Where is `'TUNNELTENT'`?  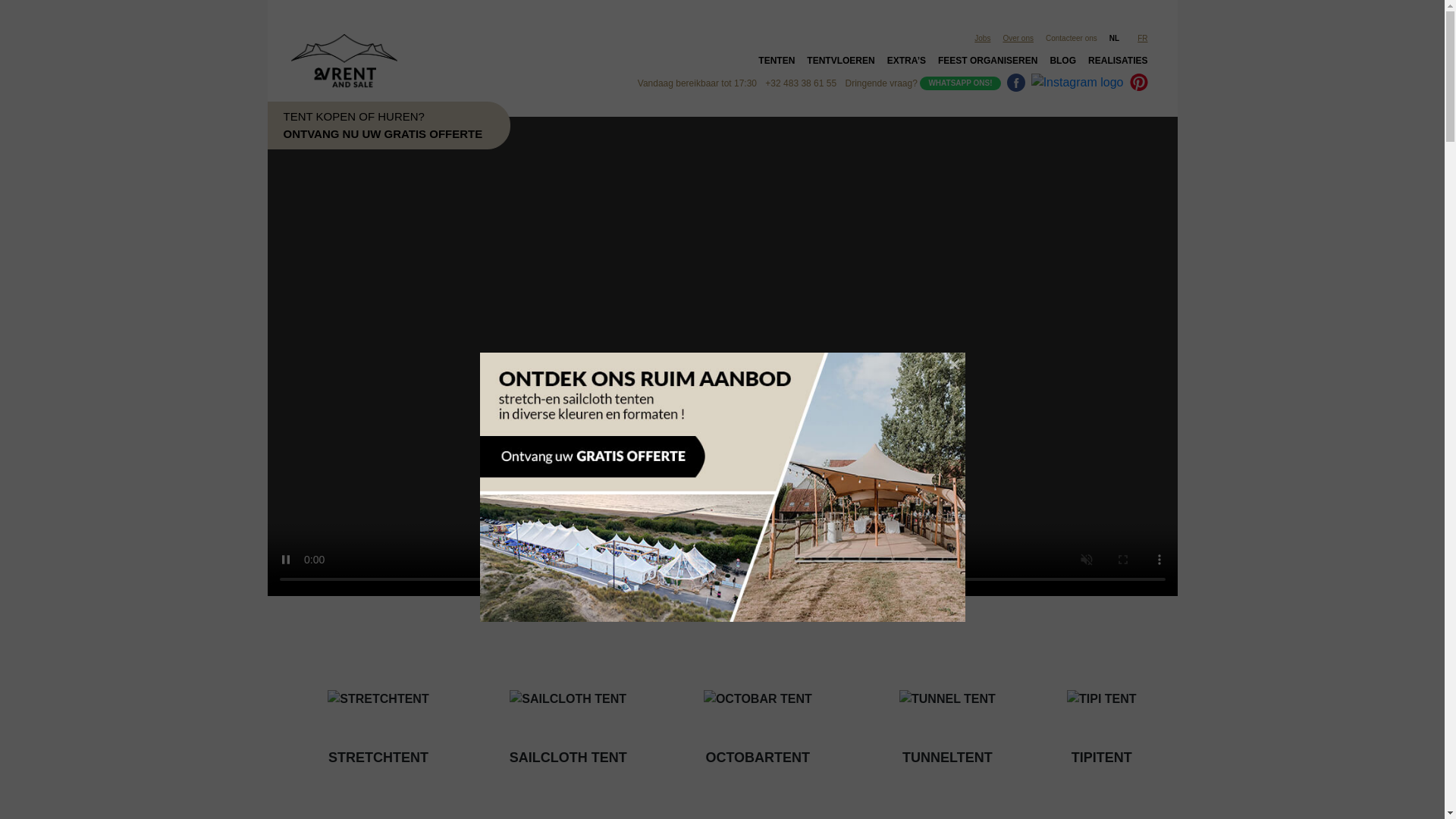
'TUNNELTENT' is located at coordinates (946, 712).